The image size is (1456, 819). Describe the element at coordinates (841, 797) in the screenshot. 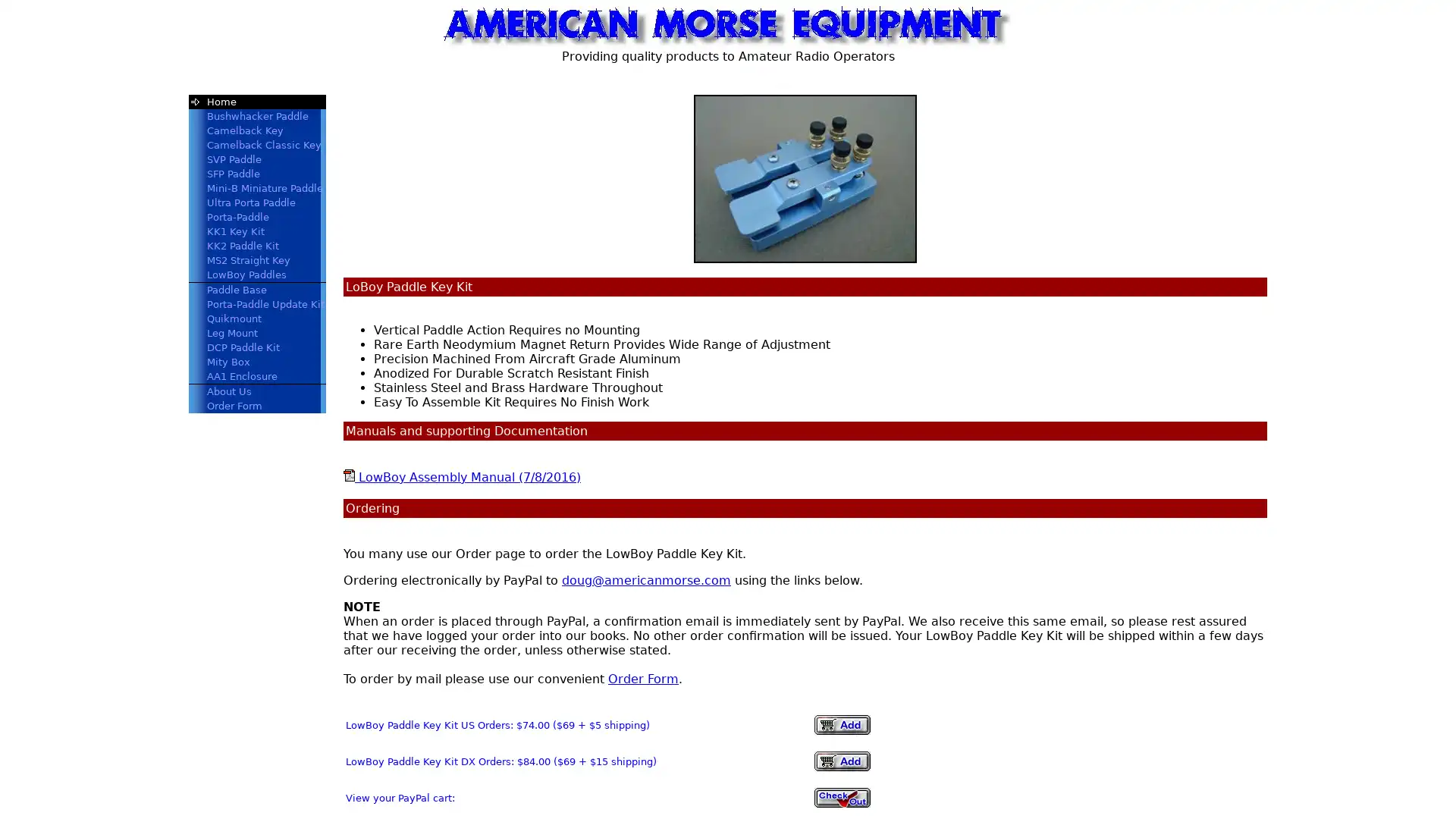

I see `Make payments with PayPal - it's fast, free and secure!` at that location.